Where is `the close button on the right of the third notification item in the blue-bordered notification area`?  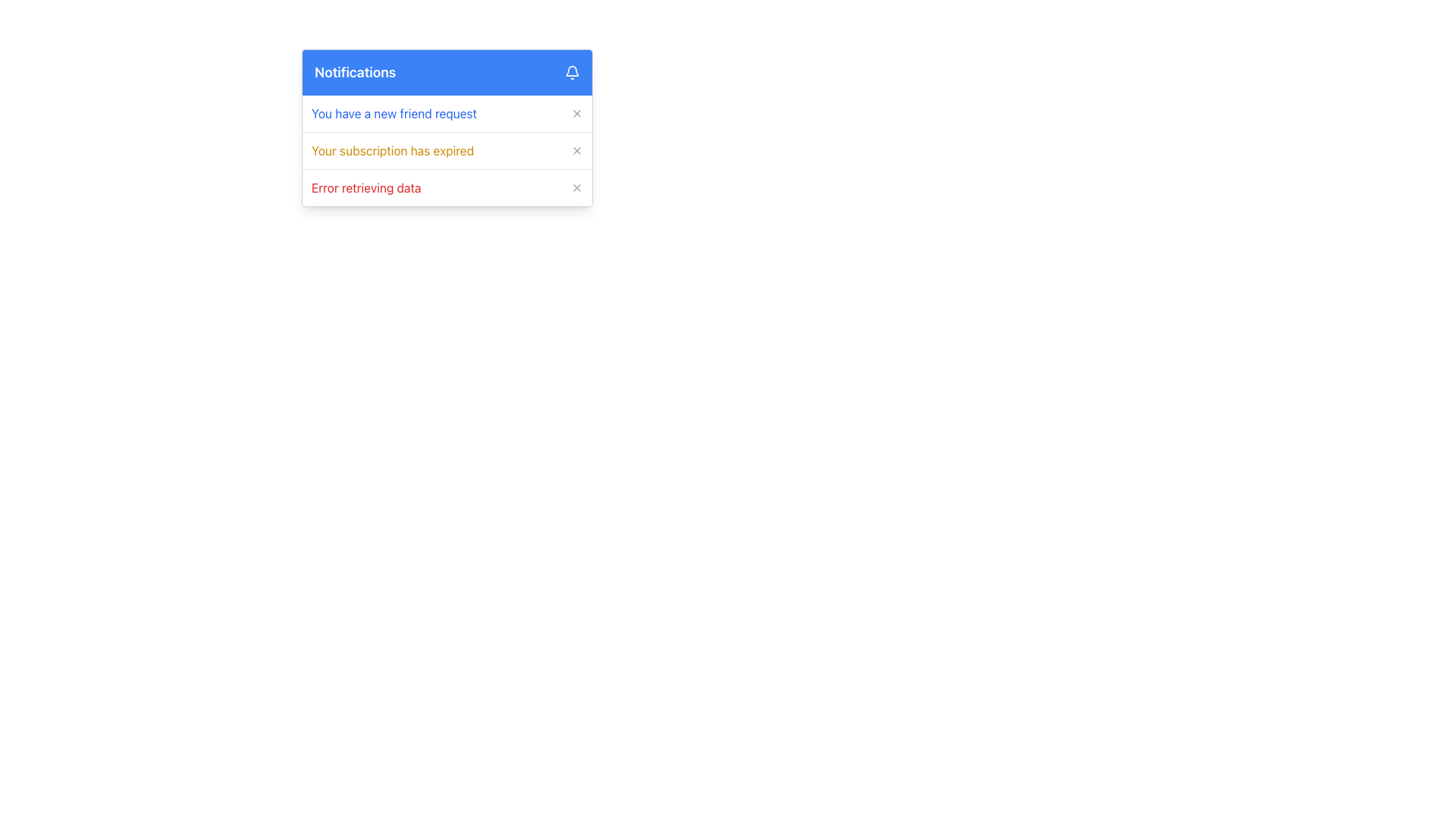
the close button on the right of the third notification item in the blue-bordered notification area is located at coordinates (447, 187).